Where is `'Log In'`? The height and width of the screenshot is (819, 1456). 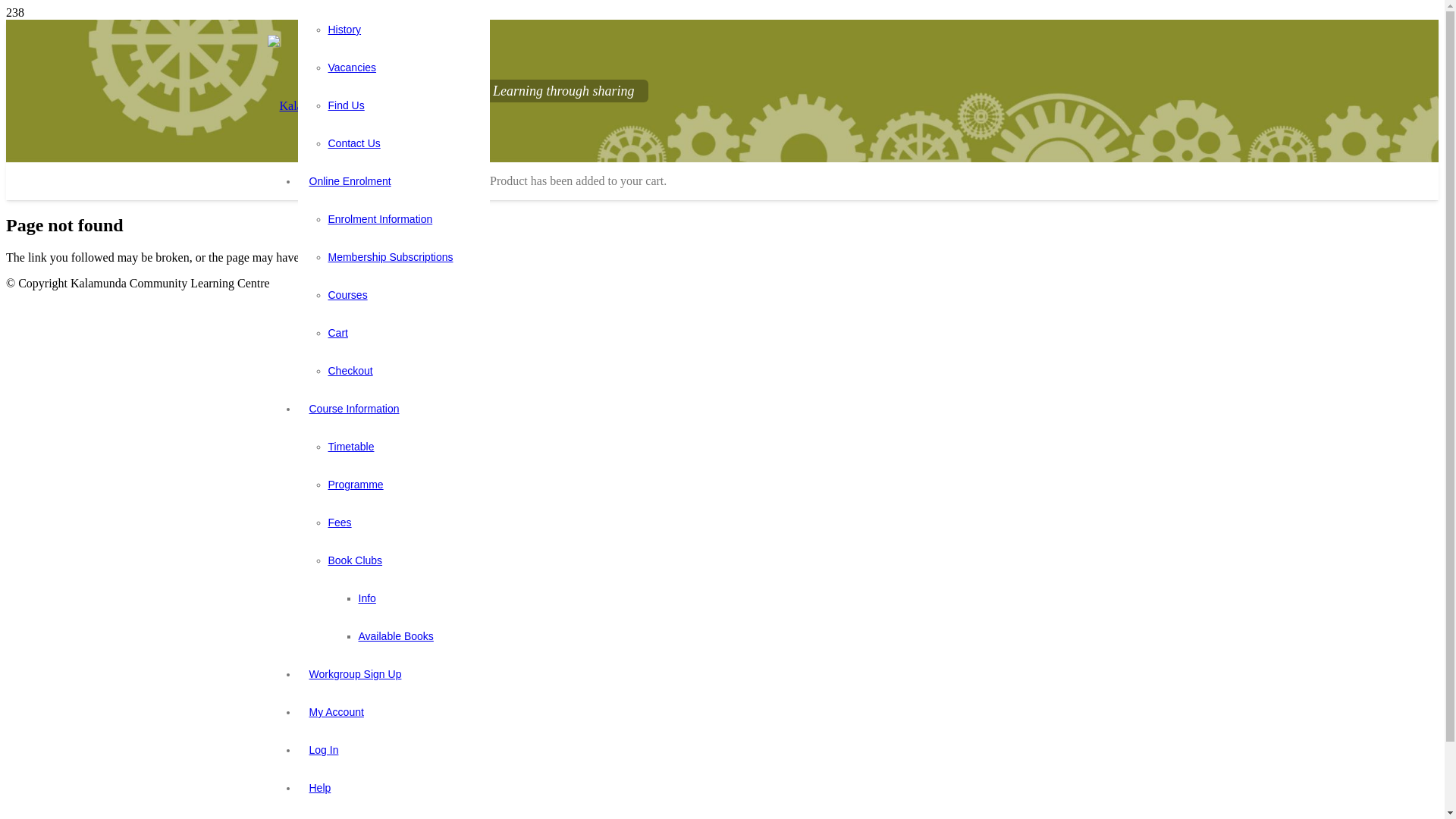
'Log In' is located at coordinates (322, 748).